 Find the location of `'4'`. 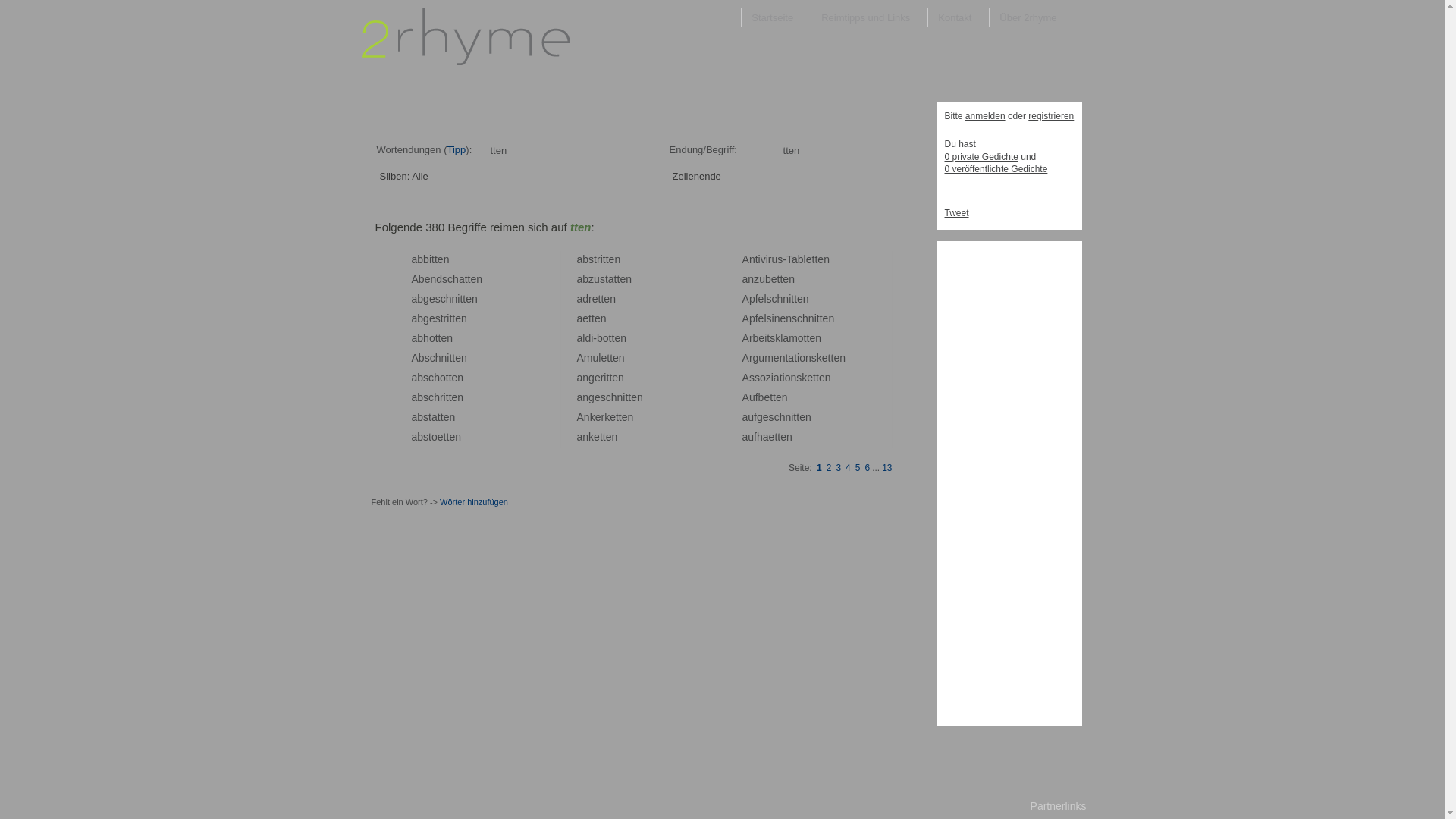

'4' is located at coordinates (843, 467).